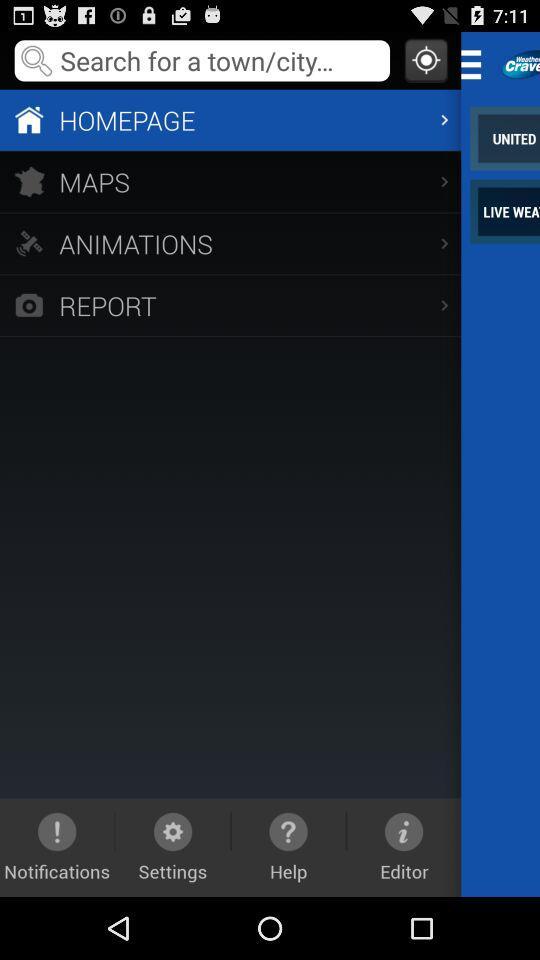 The image size is (540, 960). Describe the element at coordinates (476, 68) in the screenshot. I see `the menu icon` at that location.